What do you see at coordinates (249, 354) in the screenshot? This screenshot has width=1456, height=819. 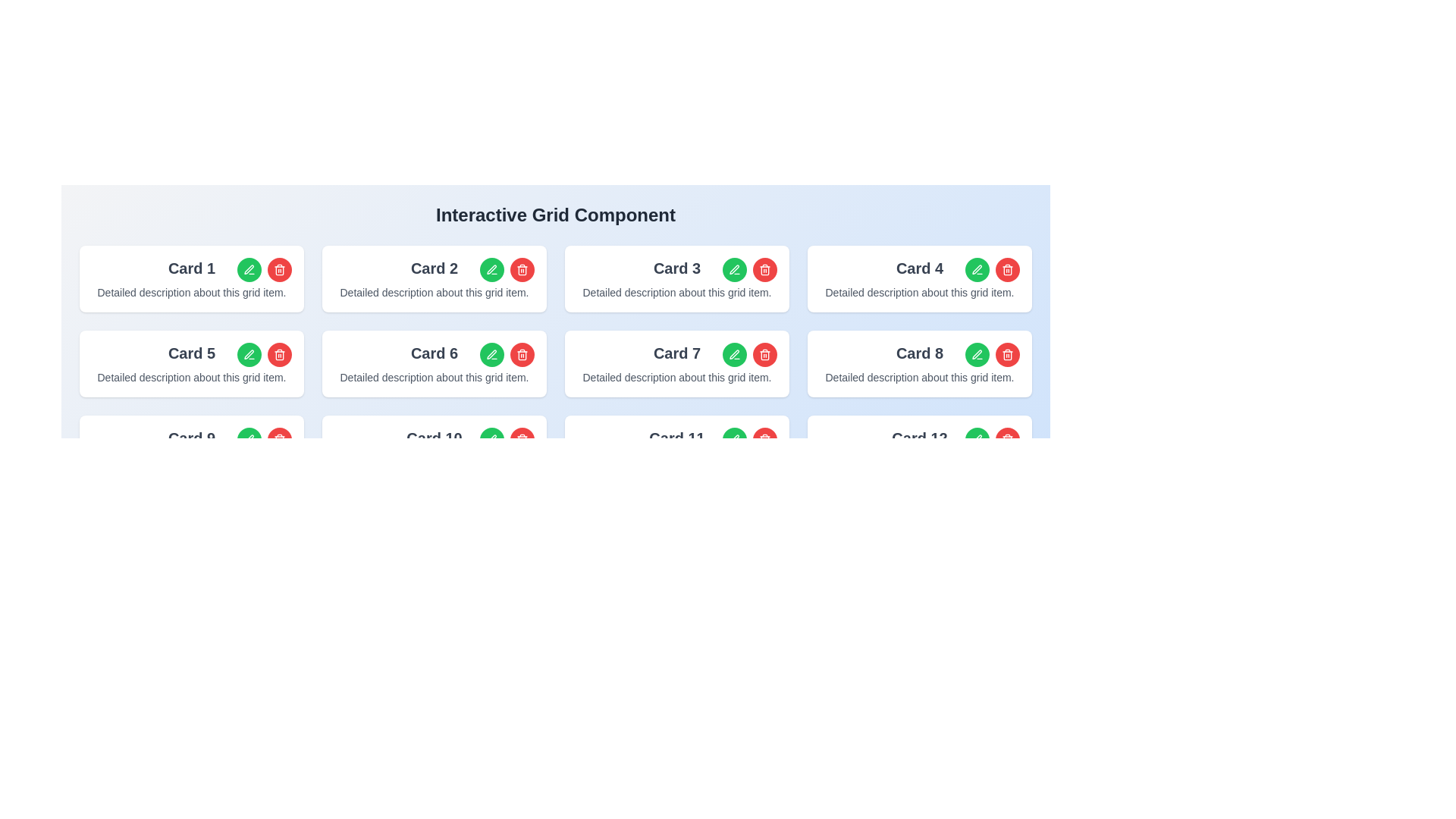 I see `the pen/pencil icon located in the top-right portion of Card 5, identified by its thin line style and proximity to the trash icon` at bounding box center [249, 354].